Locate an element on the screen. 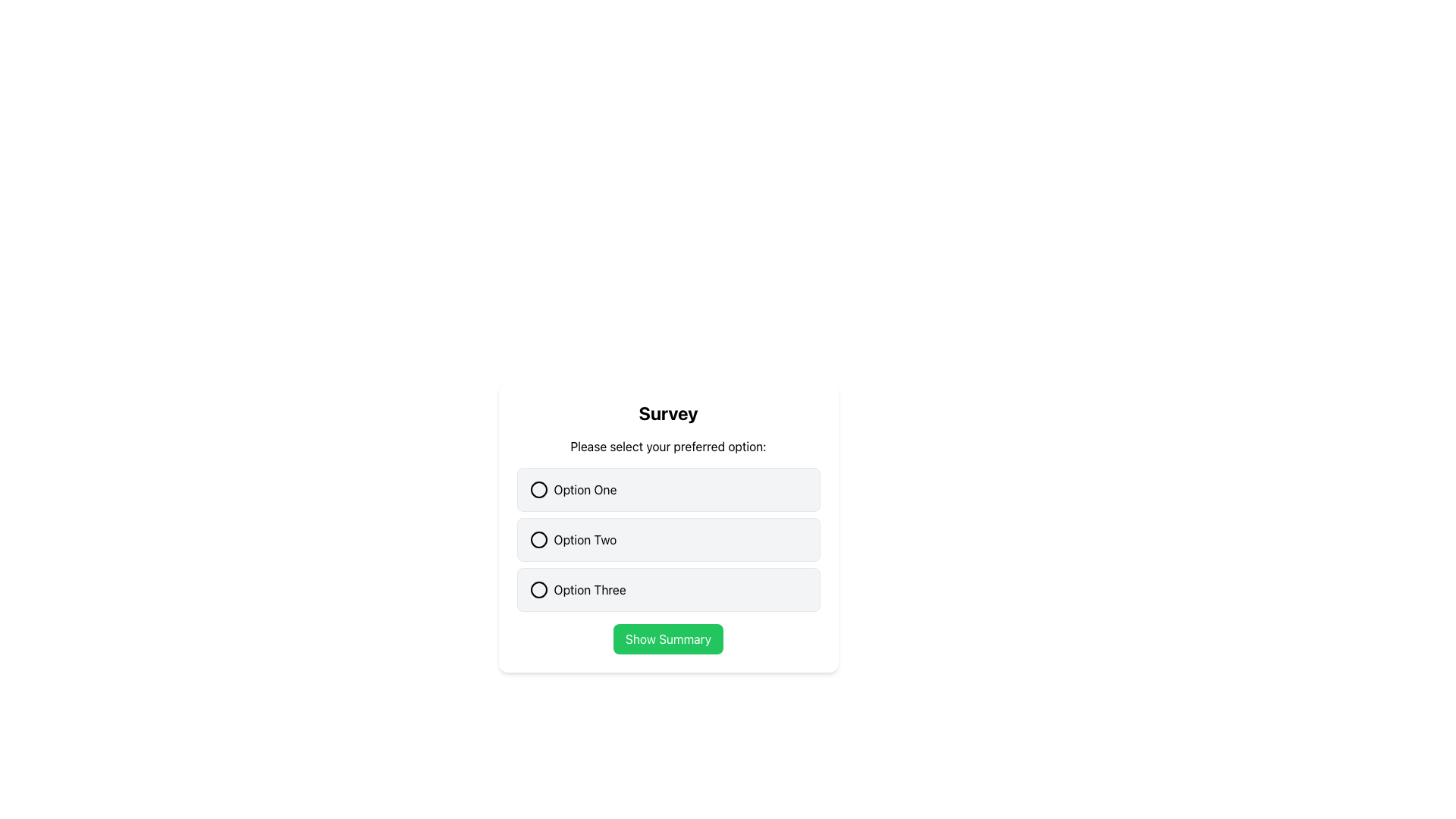  the first radio button in the survey section, which is currently disabled for interaction is located at coordinates (667, 489).